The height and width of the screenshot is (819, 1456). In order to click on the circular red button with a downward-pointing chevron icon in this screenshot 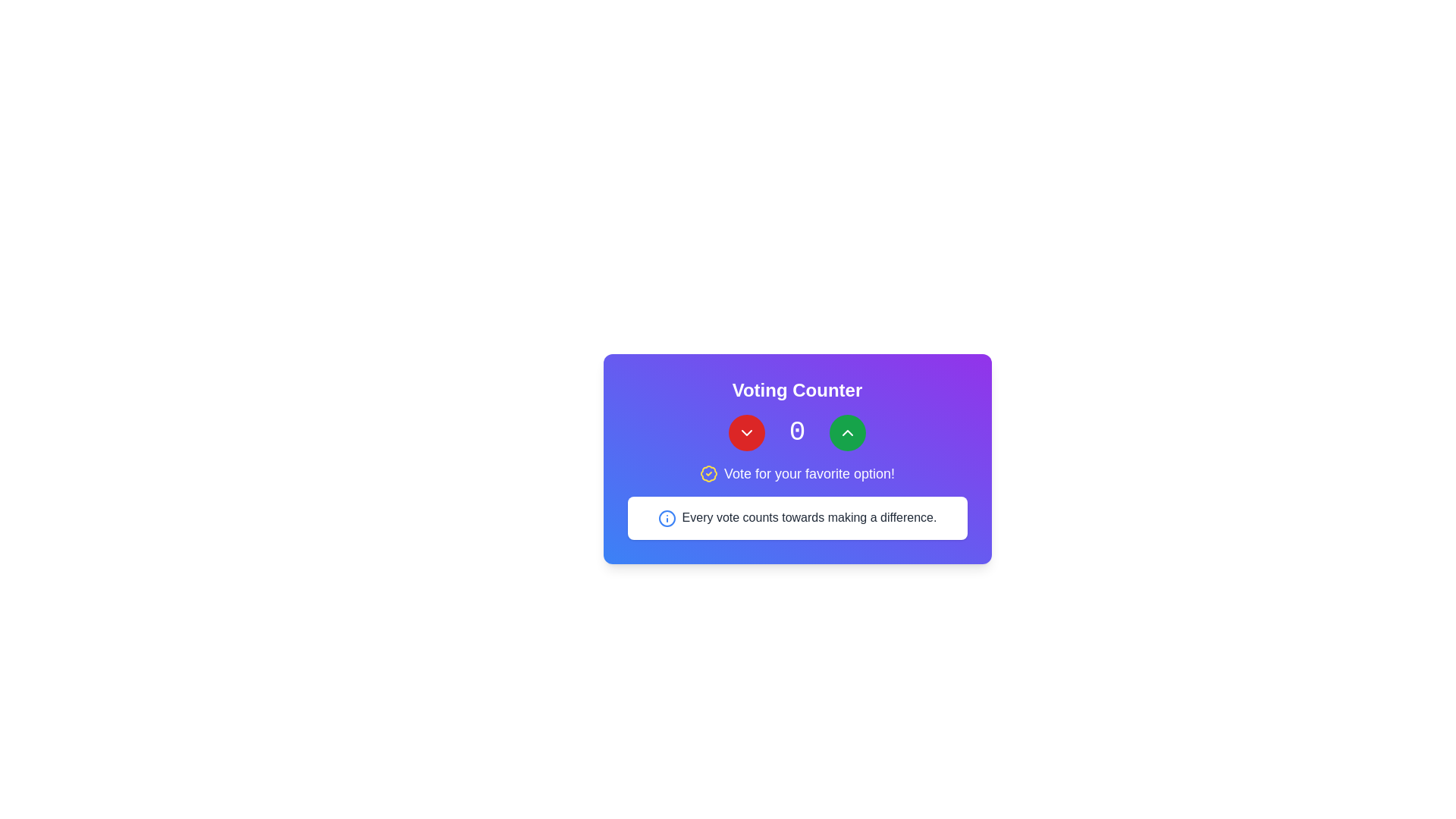, I will do `click(746, 432)`.